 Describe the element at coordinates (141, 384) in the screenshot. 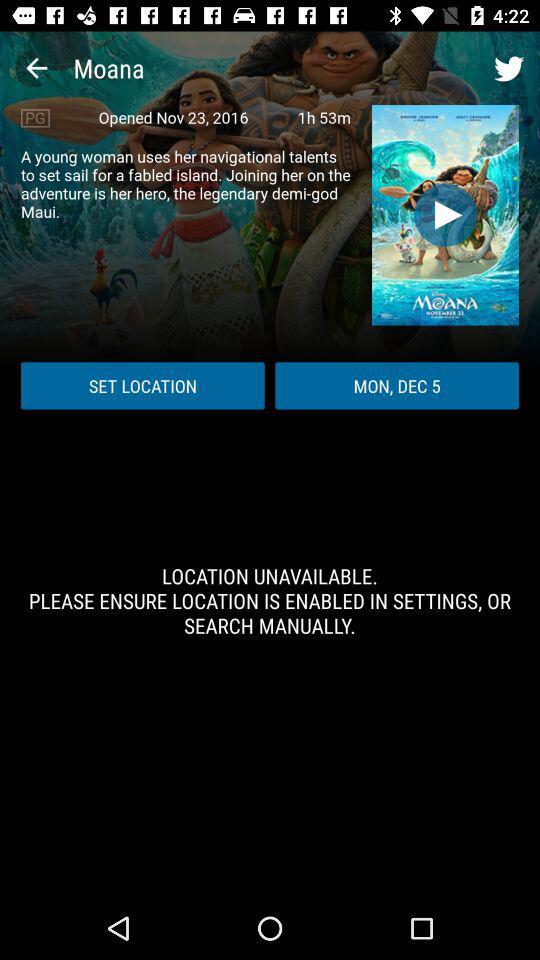

I see `set location item` at that location.